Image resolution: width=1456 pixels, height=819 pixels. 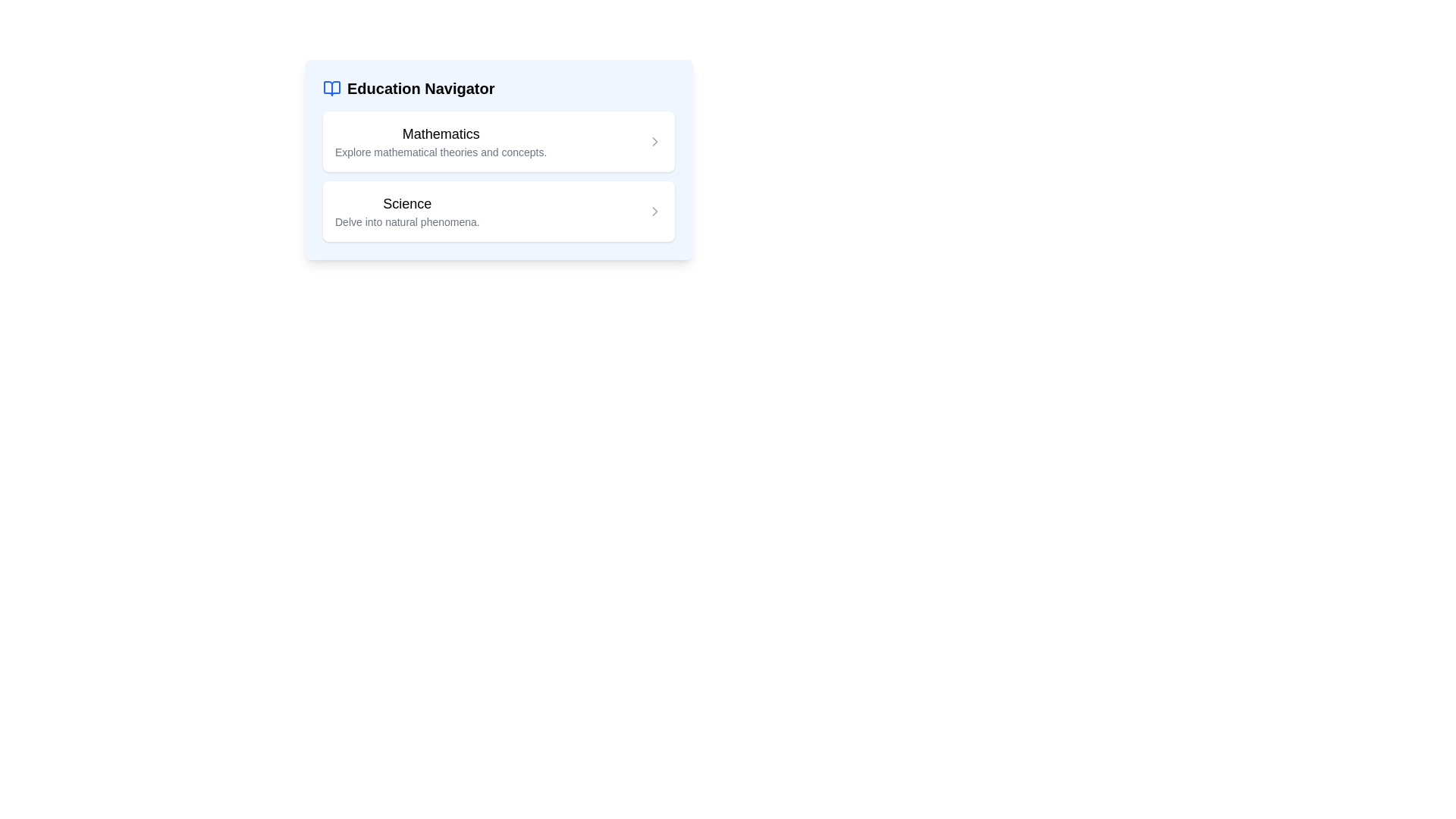 What do you see at coordinates (440, 141) in the screenshot?
I see `the 'Mathematics' text block located at the top of the card within the 'Education Navigator' section` at bounding box center [440, 141].